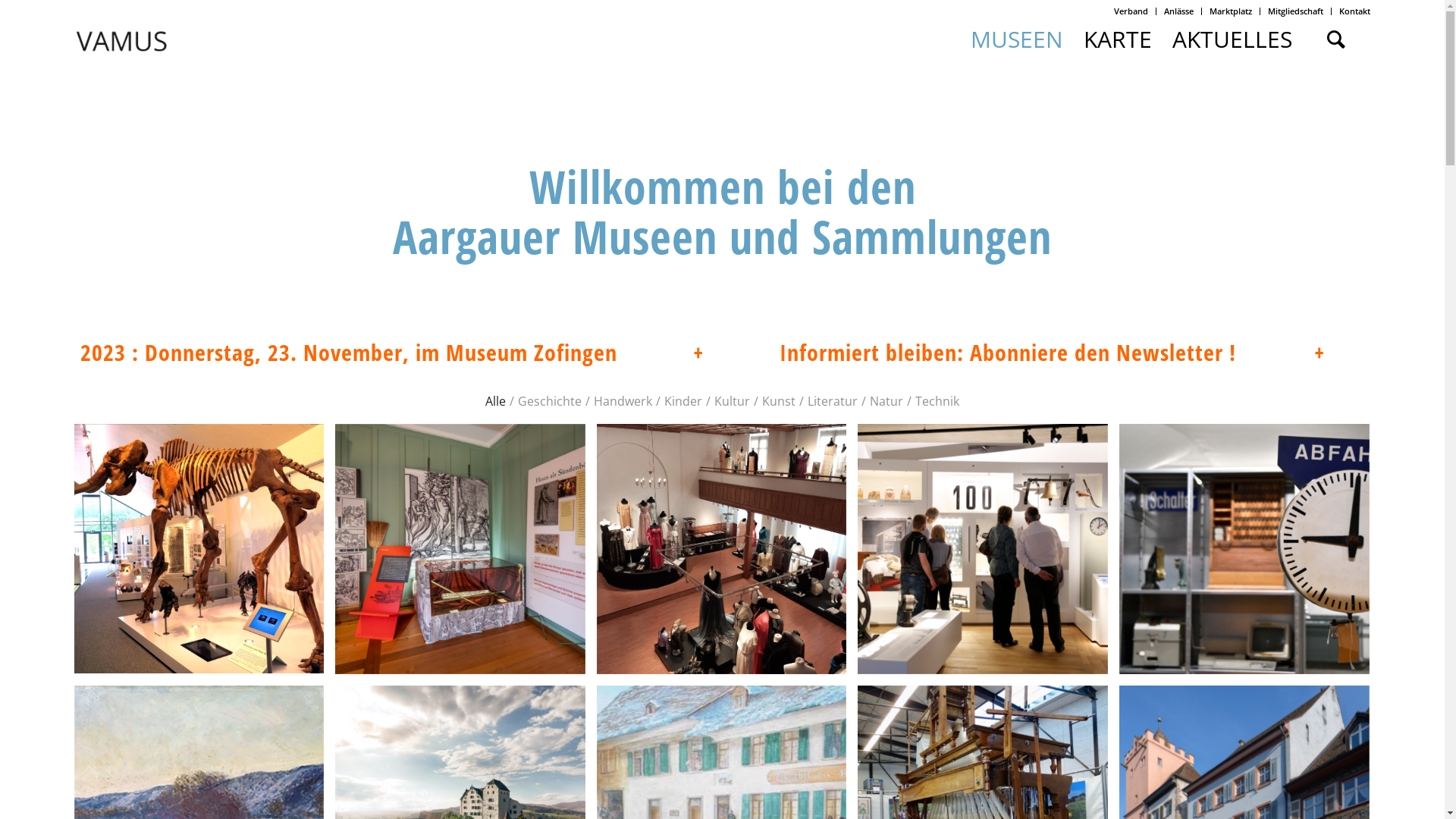 This screenshot has width=1456, height=819. I want to click on 'Kinder', so click(664, 381).